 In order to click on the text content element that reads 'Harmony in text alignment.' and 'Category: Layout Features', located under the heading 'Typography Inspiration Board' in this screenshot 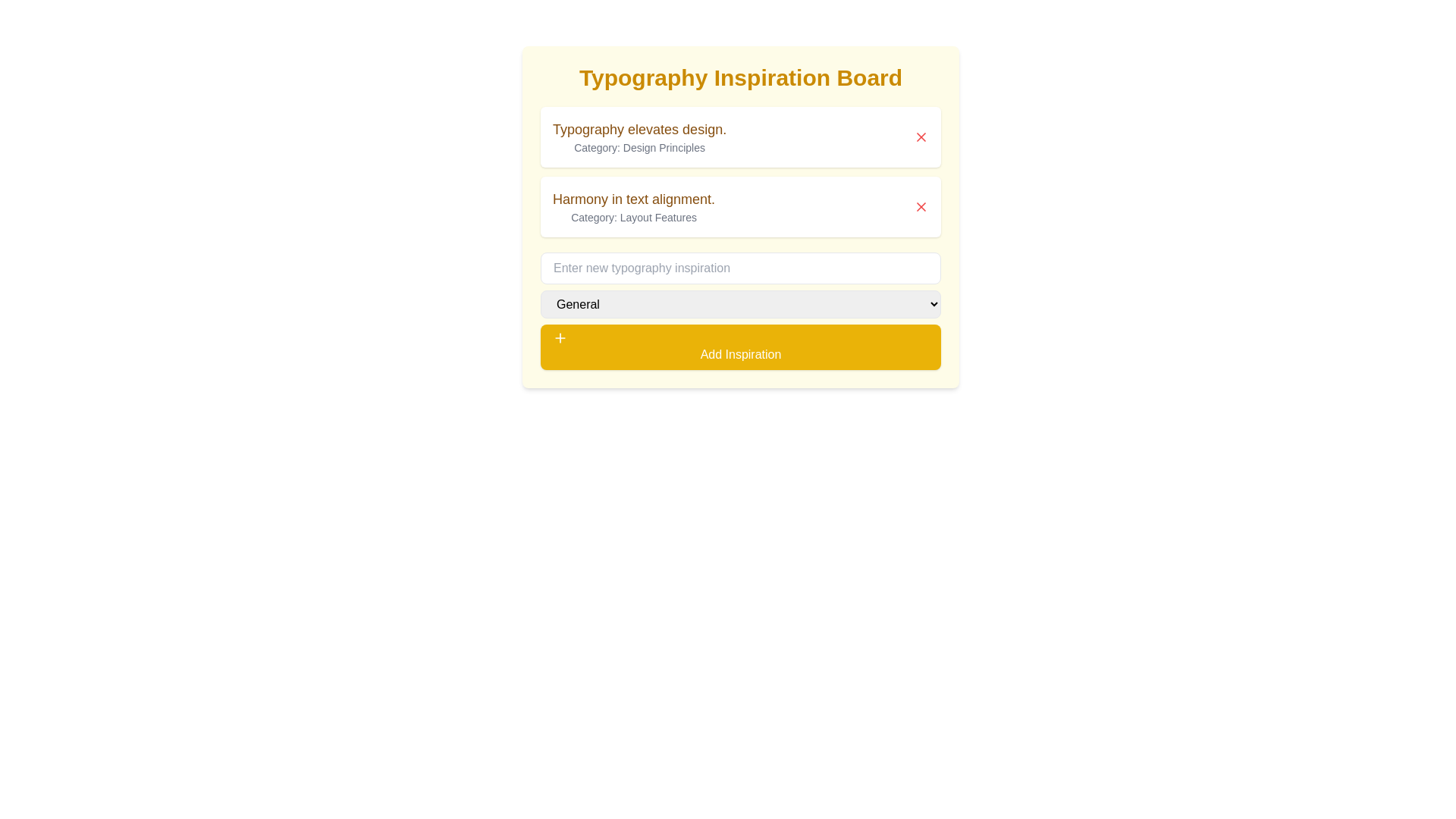, I will do `click(633, 207)`.